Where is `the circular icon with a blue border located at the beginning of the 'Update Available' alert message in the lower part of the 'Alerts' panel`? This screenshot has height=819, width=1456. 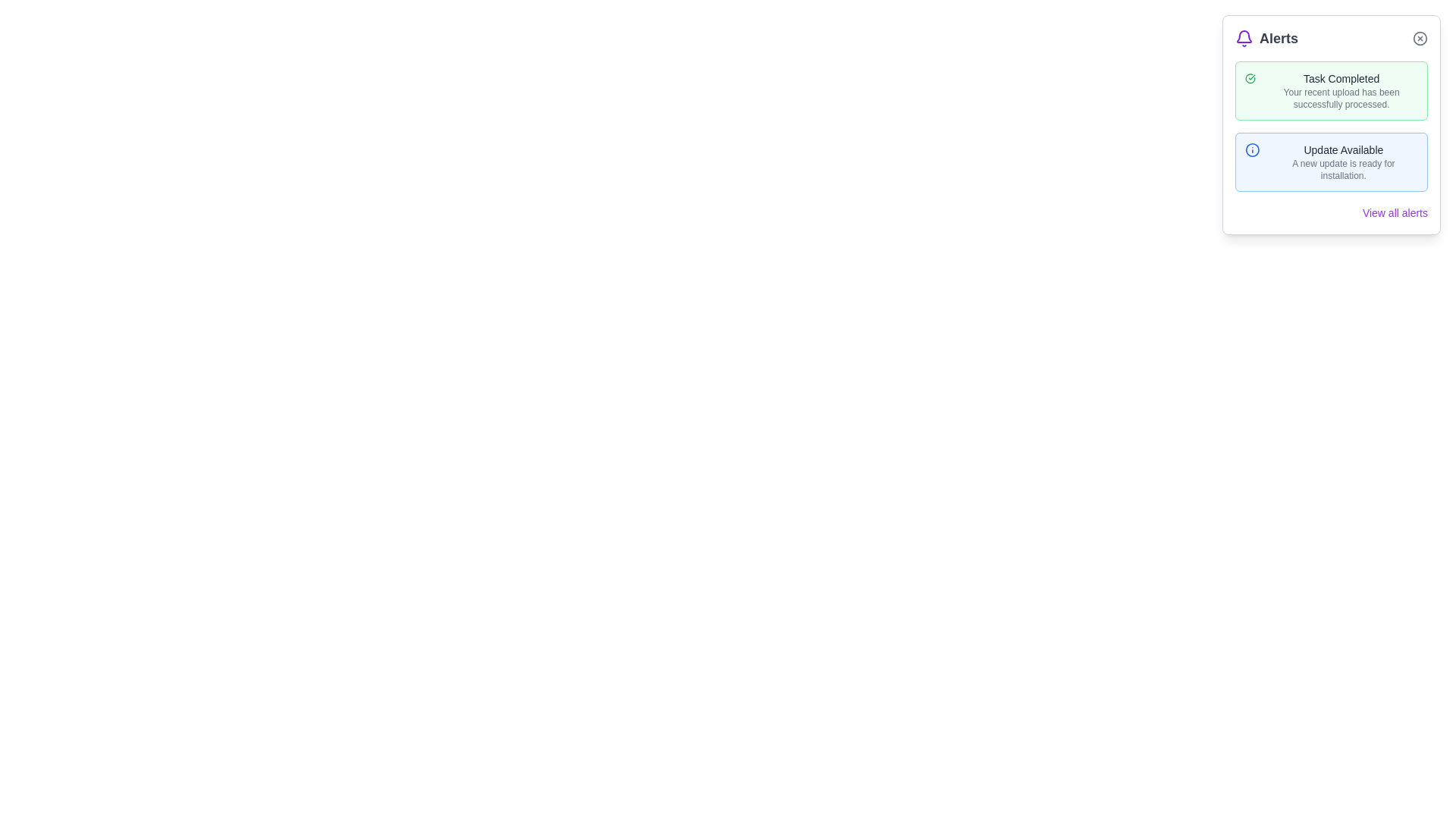
the circular icon with a blue border located at the beginning of the 'Update Available' alert message in the lower part of the 'Alerts' panel is located at coordinates (1252, 149).